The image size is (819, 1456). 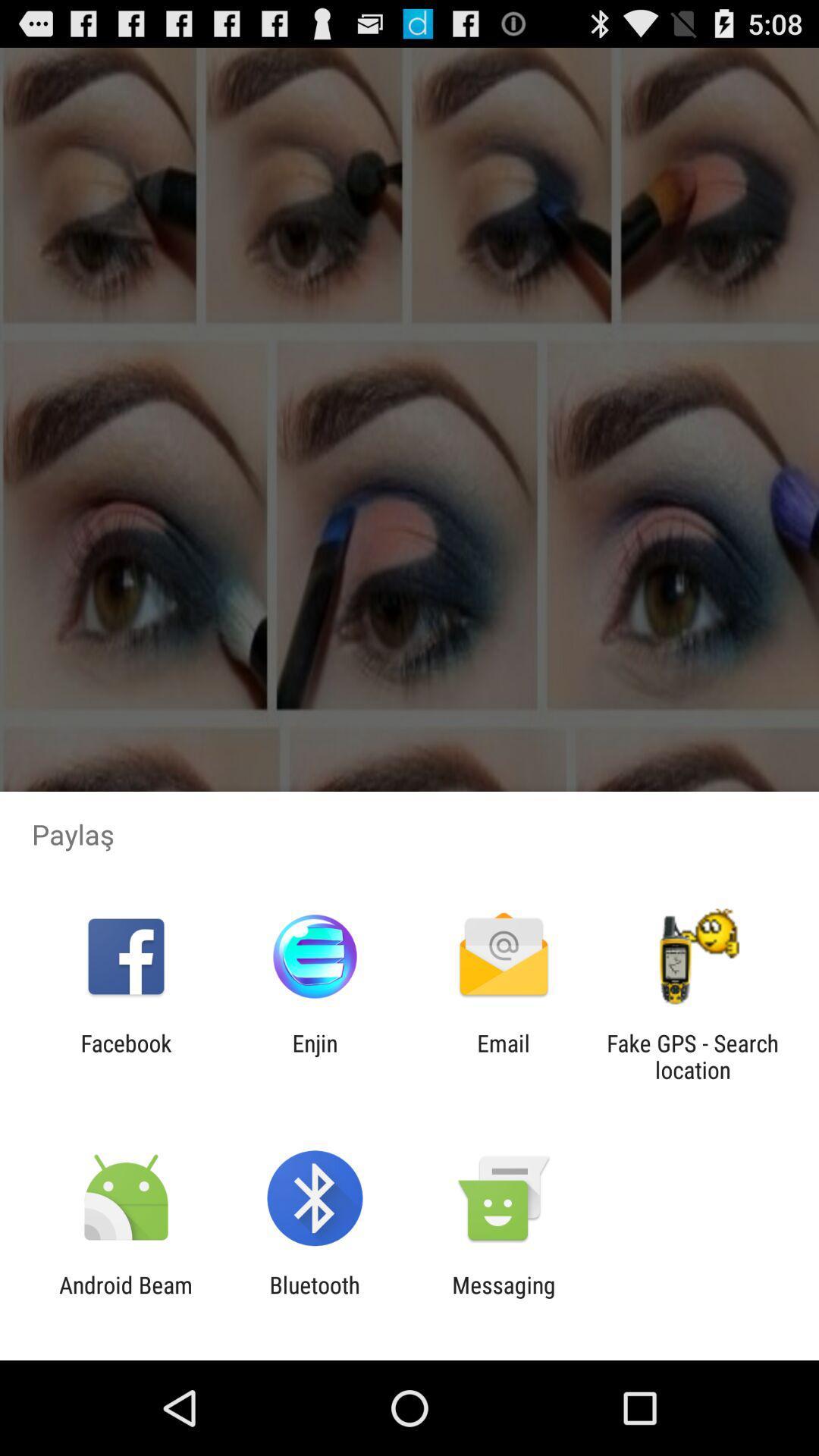 I want to click on the item next to bluetooth app, so click(x=125, y=1298).